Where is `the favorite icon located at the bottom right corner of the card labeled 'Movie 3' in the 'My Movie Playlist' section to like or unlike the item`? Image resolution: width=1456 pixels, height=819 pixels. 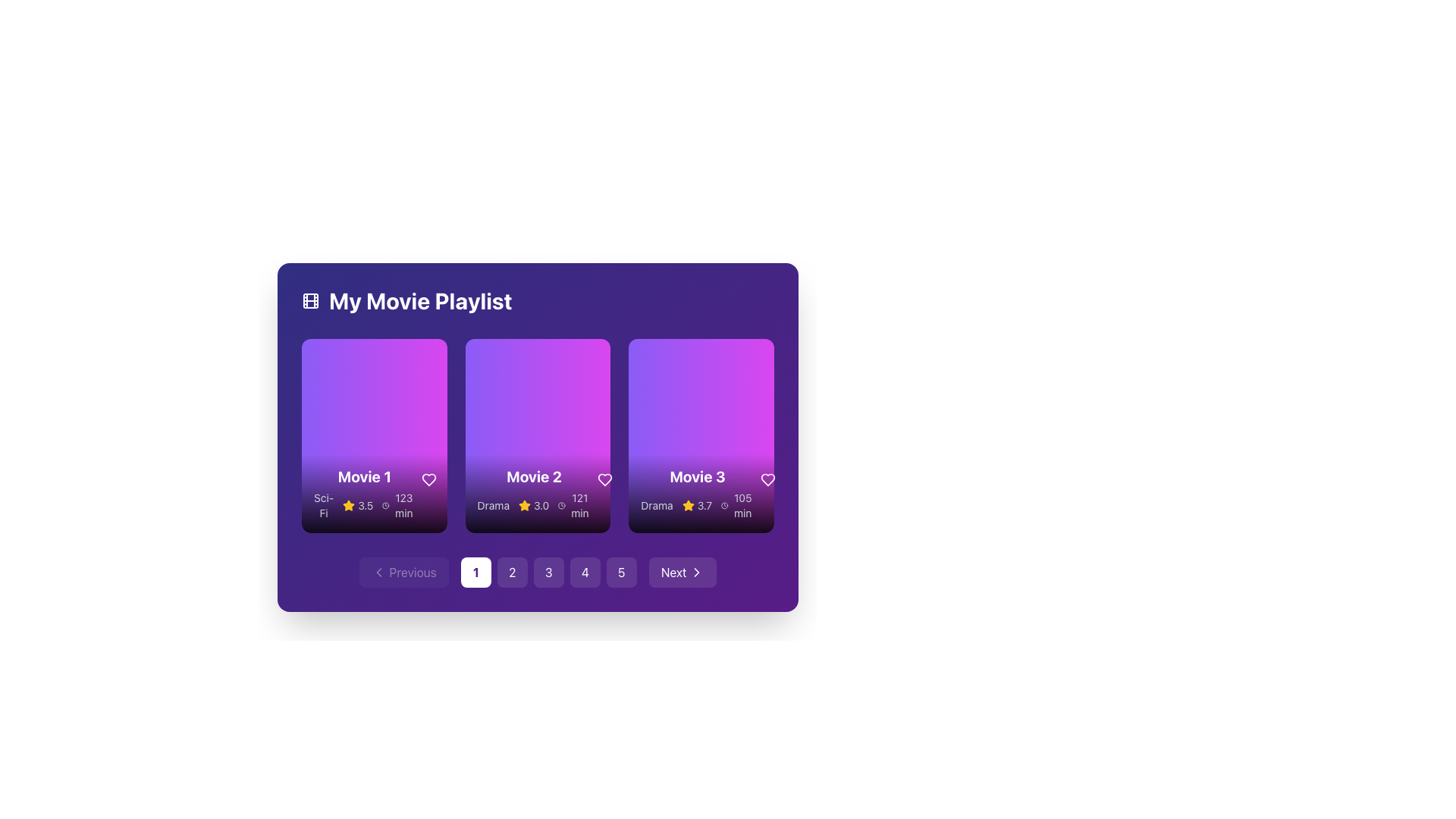 the favorite icon located at the bottom right corner of the card labeled 'Movie 3' in the 'My Movie Playlist' section to like or unlike the item is located at coordinates (767, 479).